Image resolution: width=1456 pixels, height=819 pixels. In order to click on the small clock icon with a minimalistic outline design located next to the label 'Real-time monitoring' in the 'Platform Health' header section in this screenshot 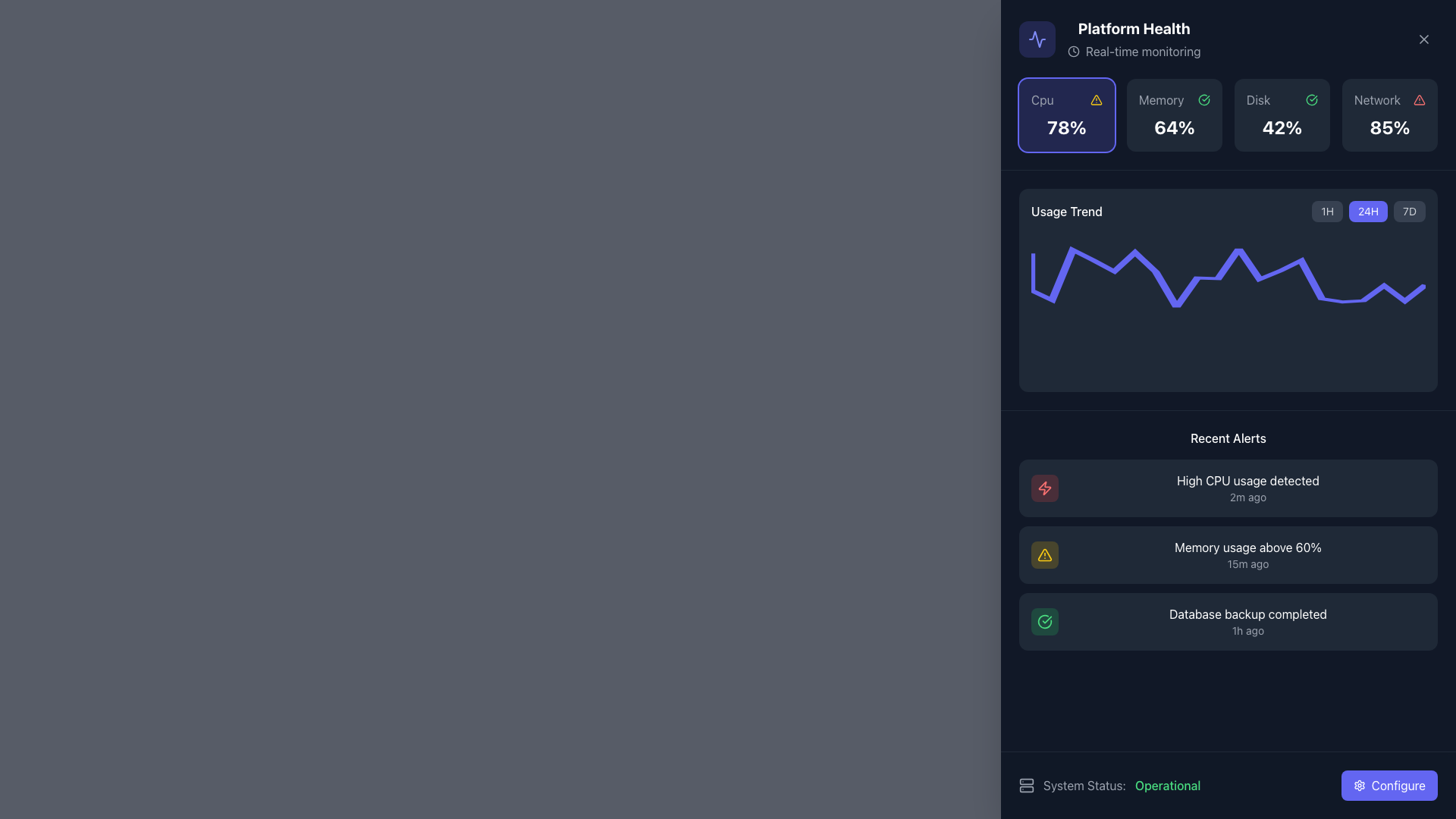, I will do `click(1073, 51)`.